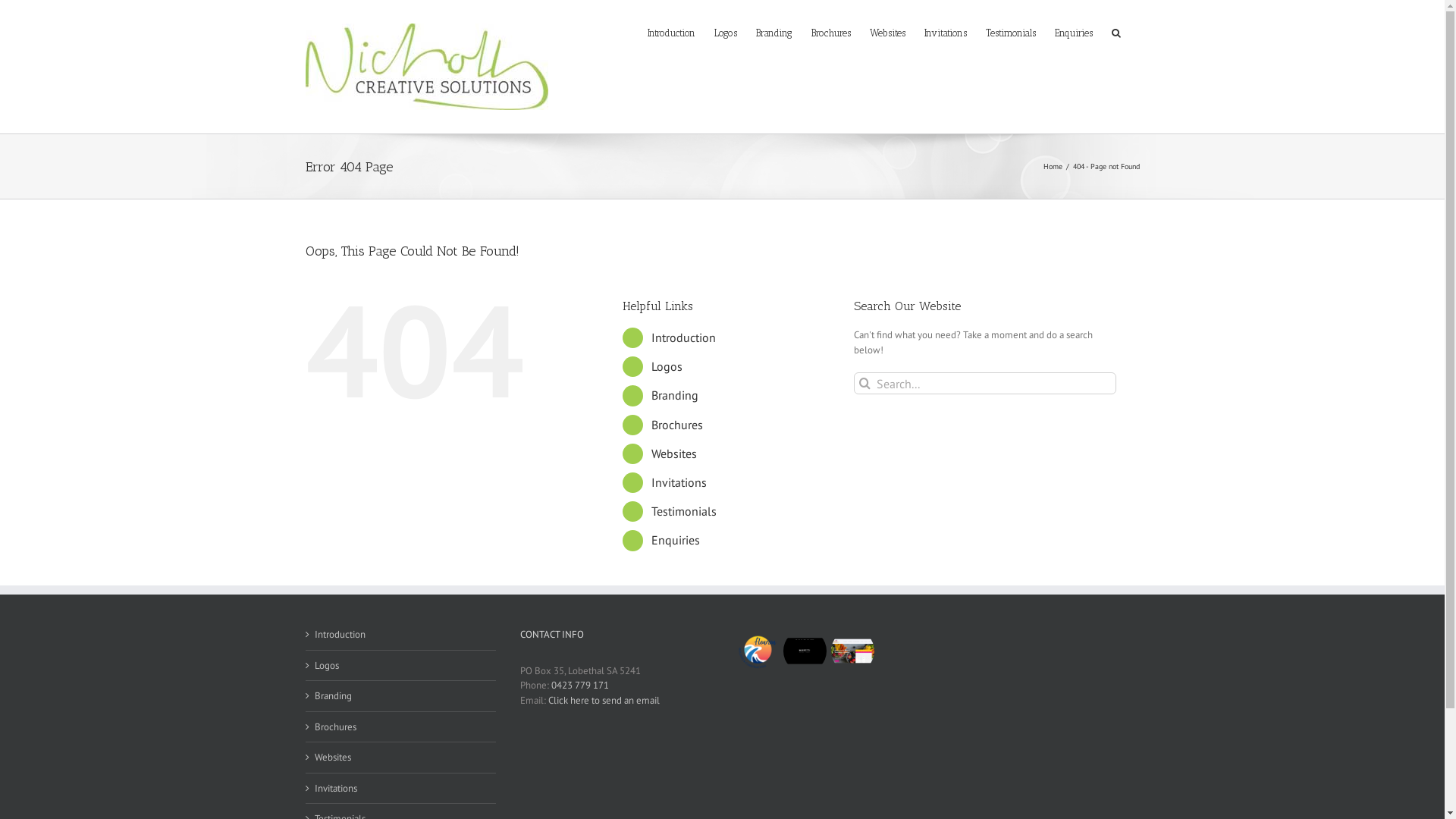  Describe the element at coordinates (757, 650) in the screenshot. I see `'Fleurieu Building & Construction'` at that location.